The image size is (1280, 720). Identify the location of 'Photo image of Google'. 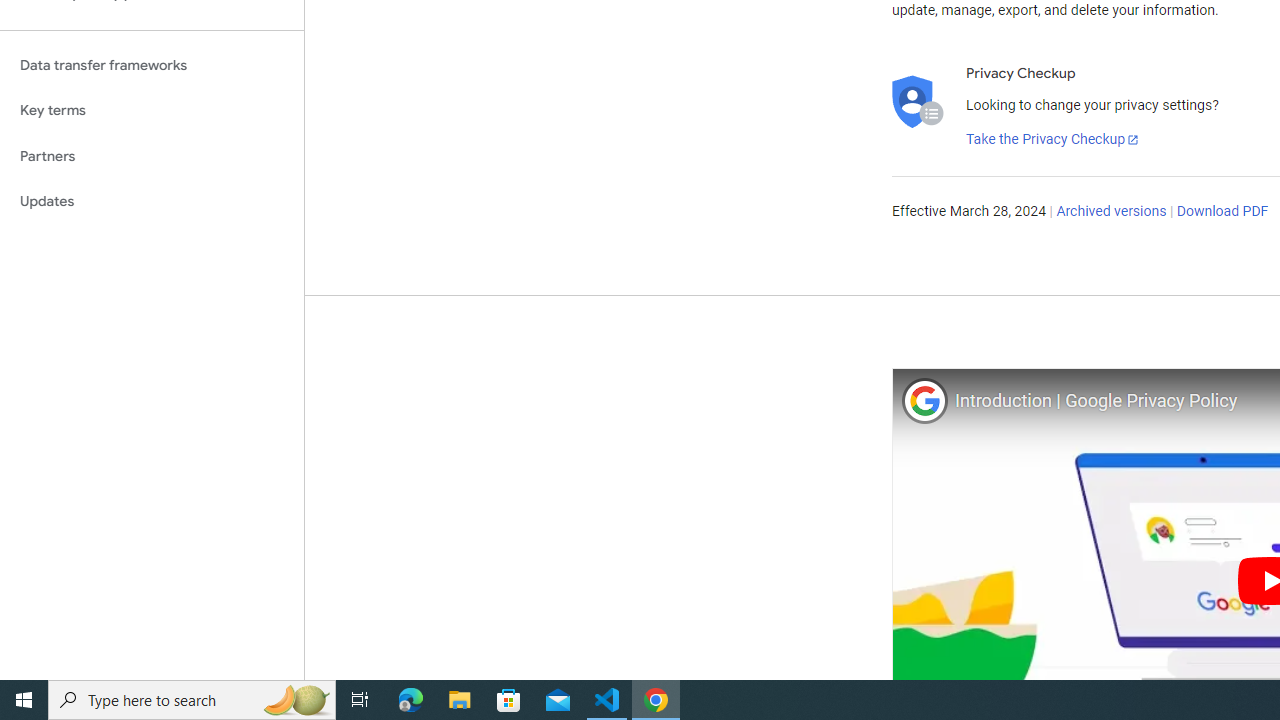
(923, 400).